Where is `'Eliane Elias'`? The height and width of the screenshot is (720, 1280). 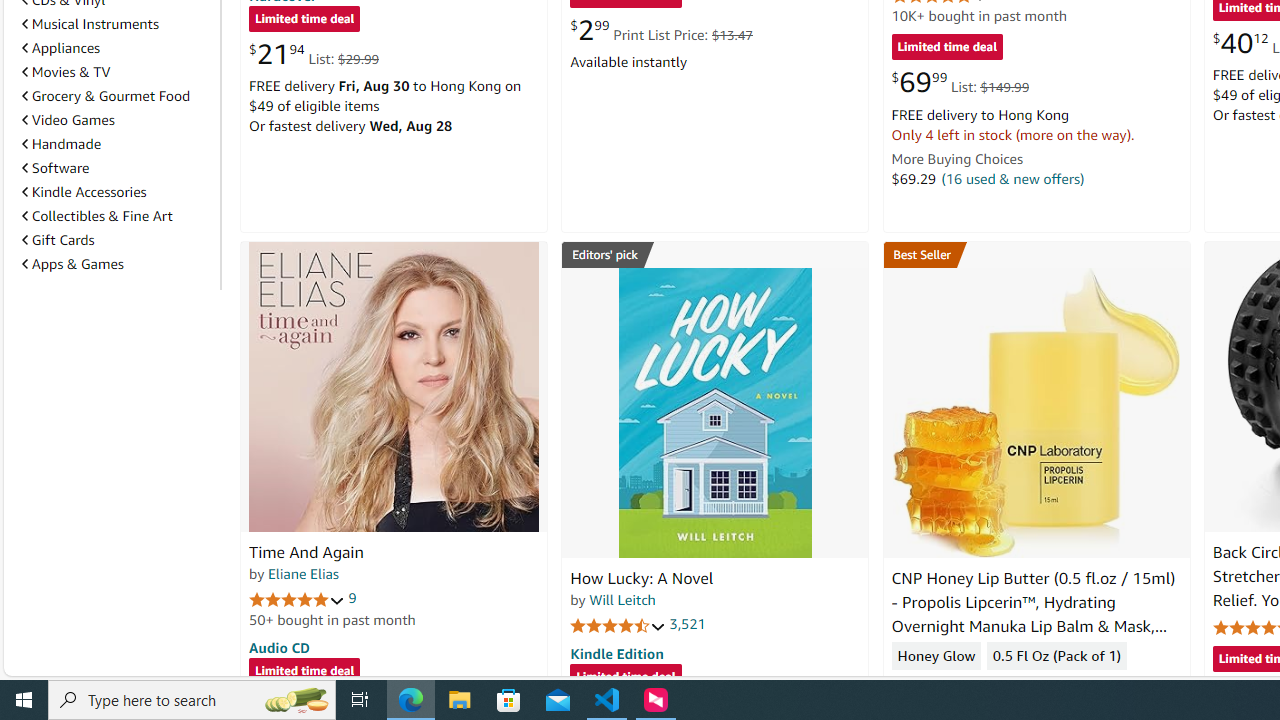
'Eliane Elias' is located at coordinates (302, 573).